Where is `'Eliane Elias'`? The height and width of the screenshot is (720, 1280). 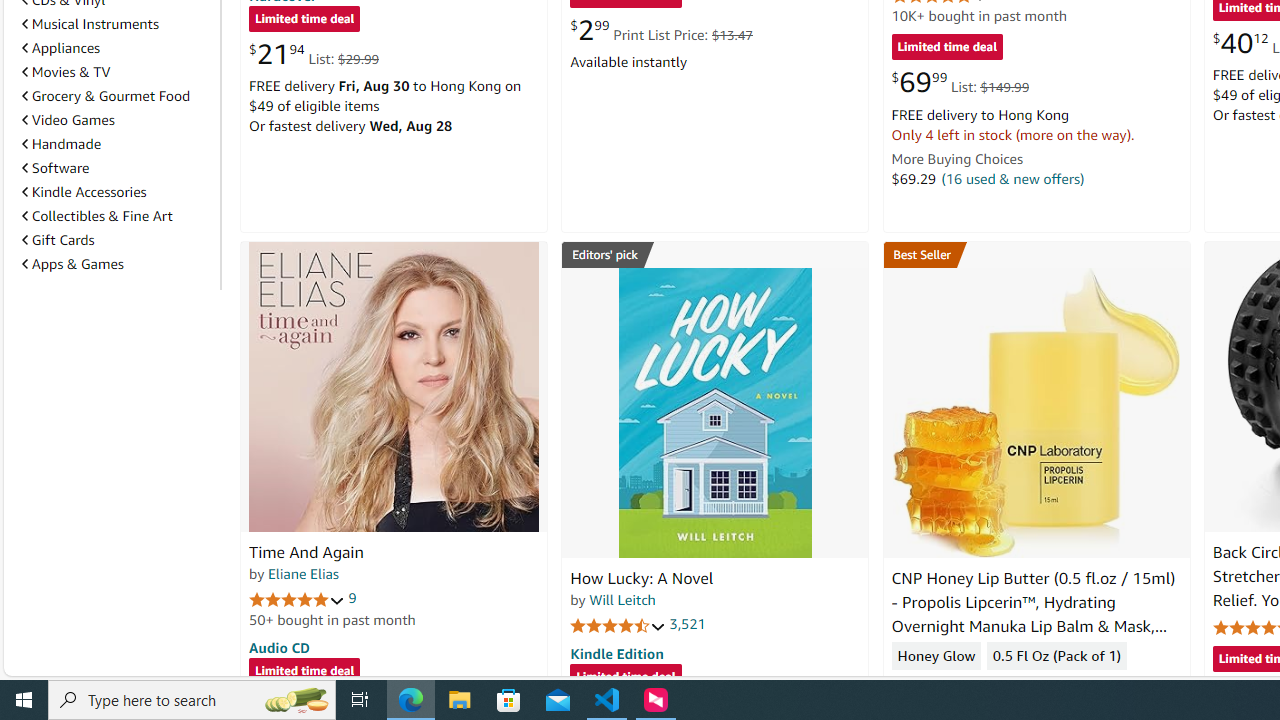
'Eliane Elias' is located at coordinates (302, 573).